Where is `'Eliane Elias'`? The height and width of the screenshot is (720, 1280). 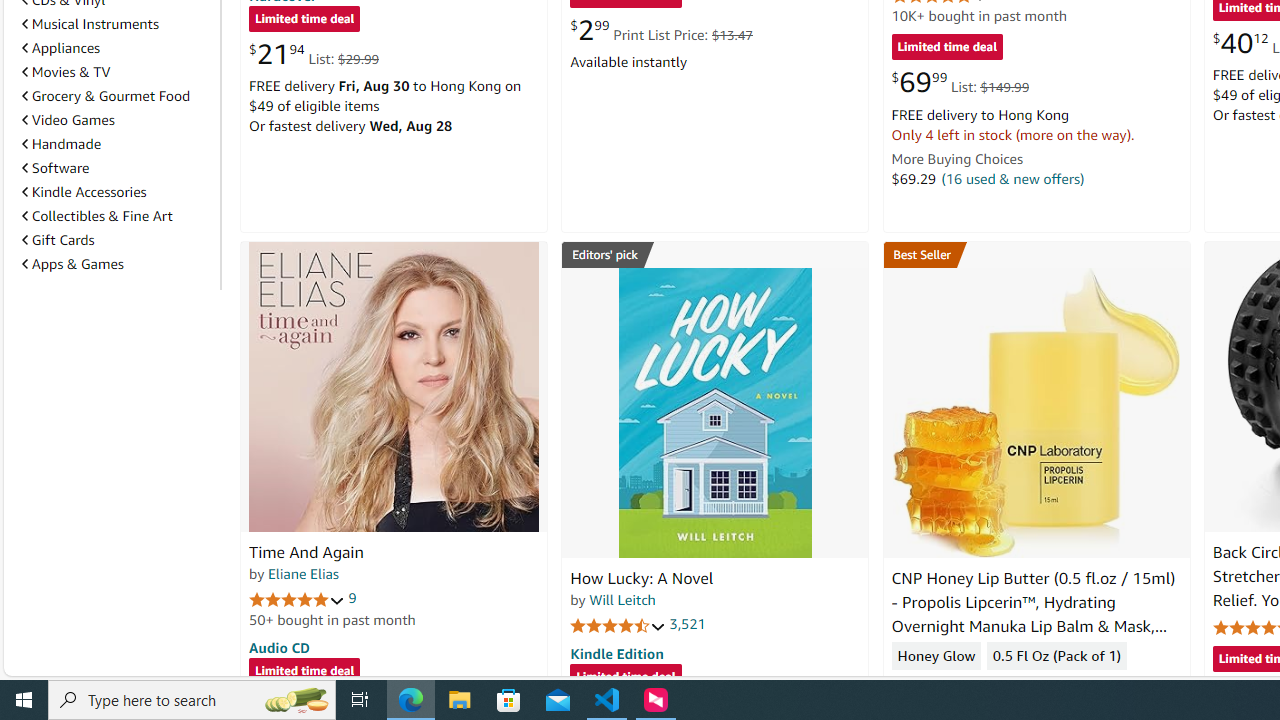
'Eliane Elias' is located at coordinates (302, 573).